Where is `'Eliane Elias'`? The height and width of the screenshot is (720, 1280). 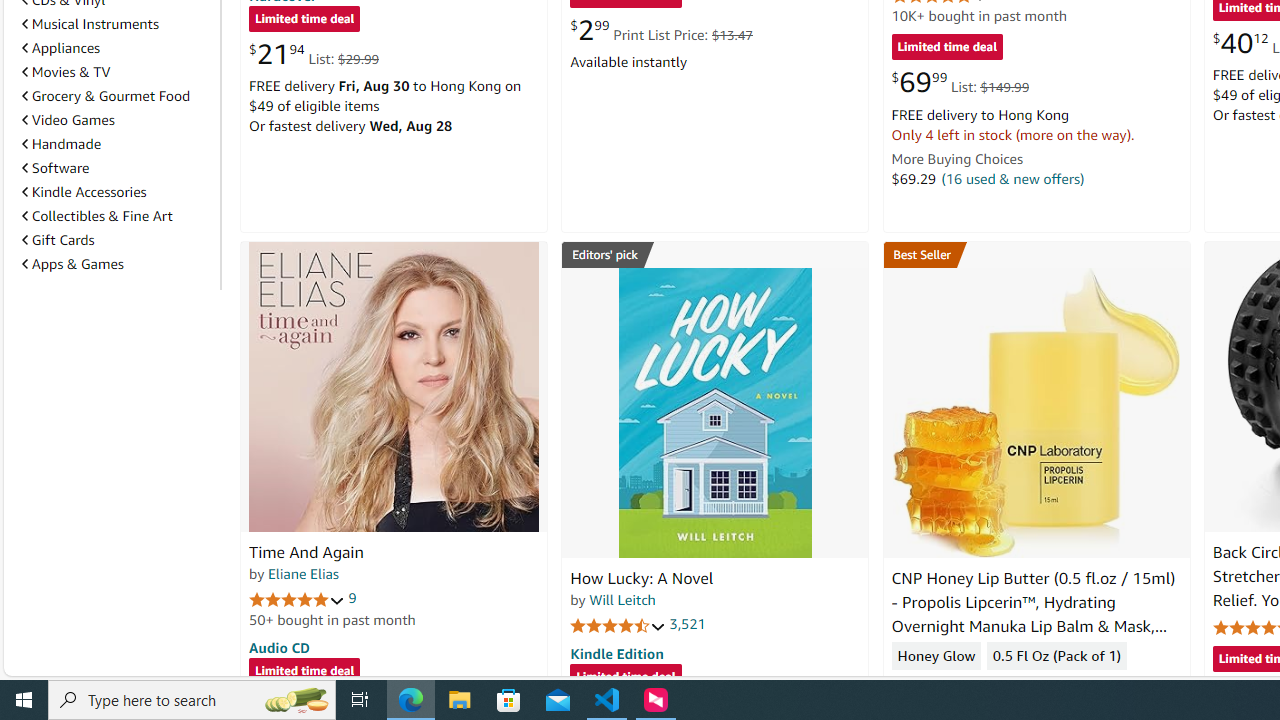
'Eliane Elias' is located at coordinates (302, 573).